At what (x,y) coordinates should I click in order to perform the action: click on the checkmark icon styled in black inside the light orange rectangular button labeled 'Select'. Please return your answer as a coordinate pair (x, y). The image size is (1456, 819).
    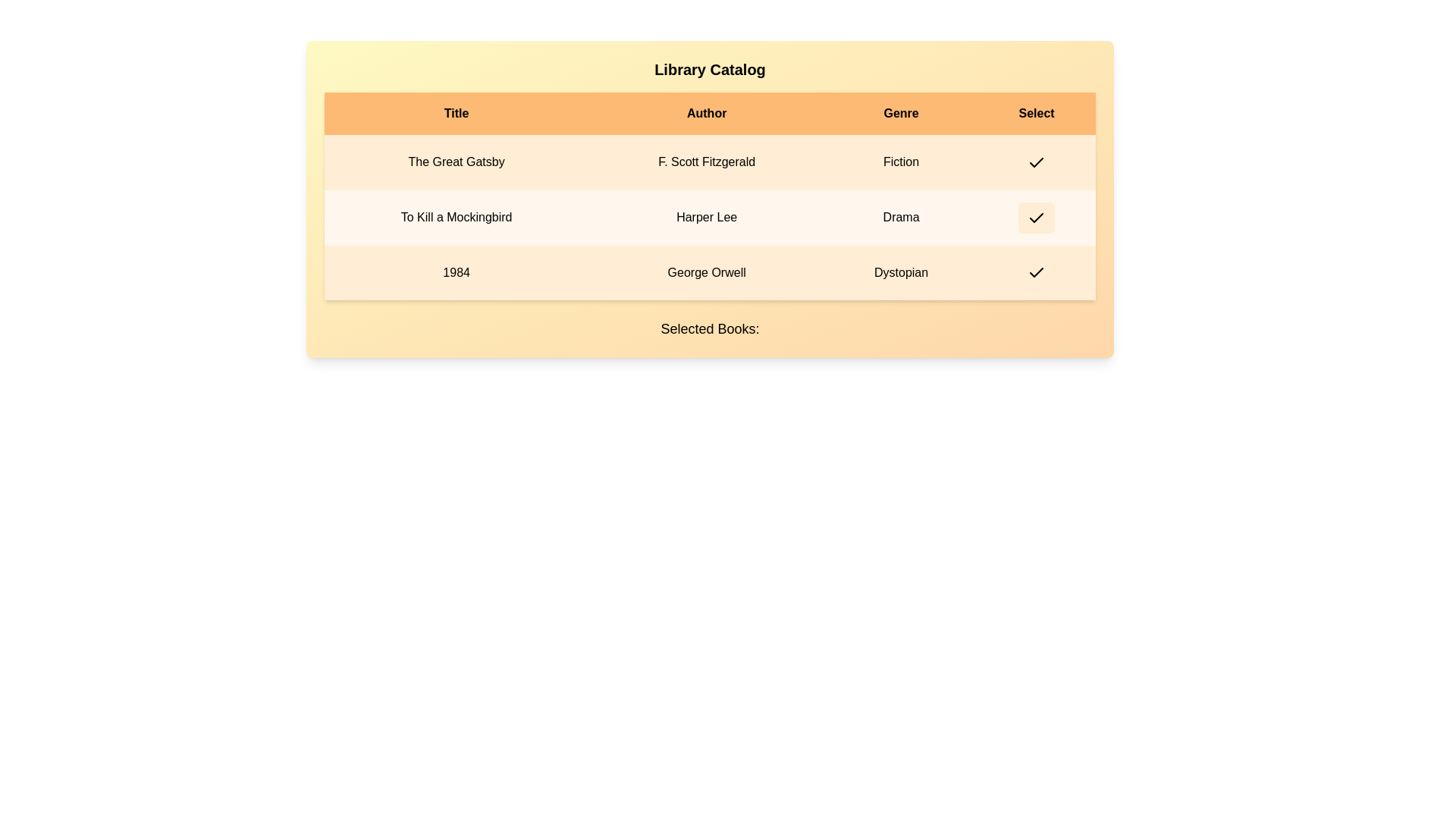
    Looking at the image, I should click on (1036, 162).